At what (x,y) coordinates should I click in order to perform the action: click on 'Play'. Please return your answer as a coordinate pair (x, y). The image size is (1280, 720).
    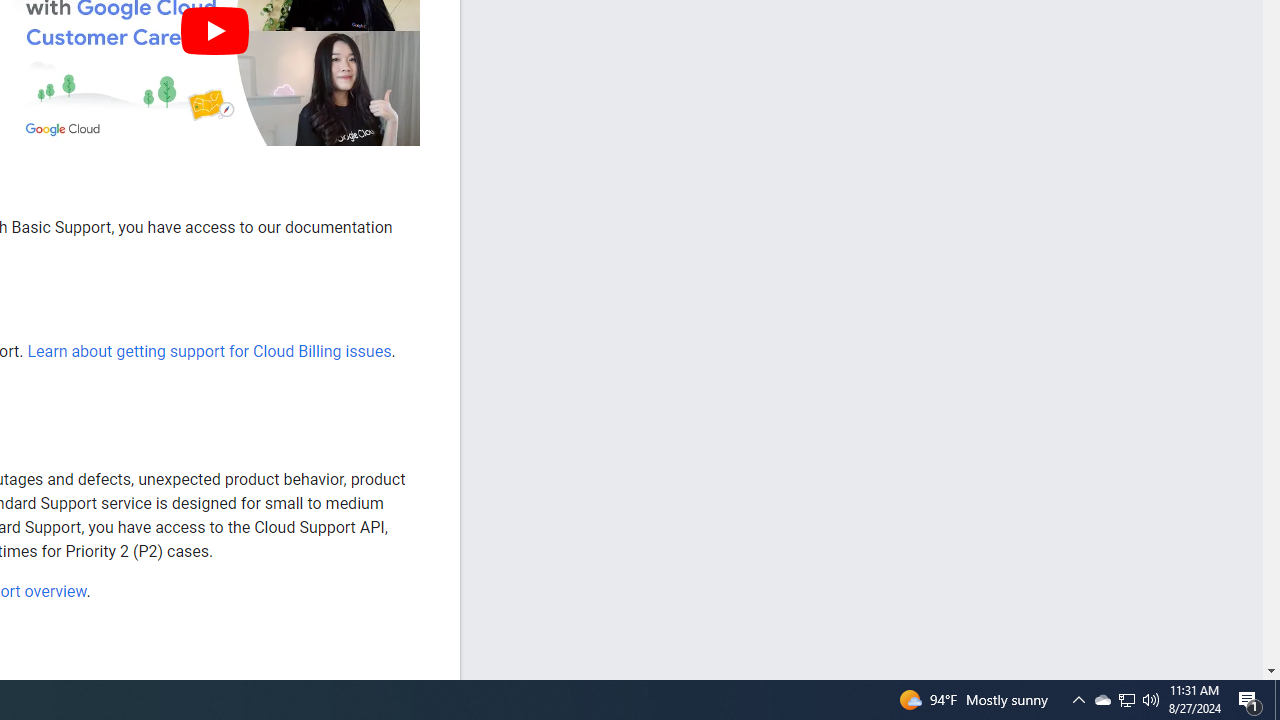
    Looking at the image, I should click on (215, 30).